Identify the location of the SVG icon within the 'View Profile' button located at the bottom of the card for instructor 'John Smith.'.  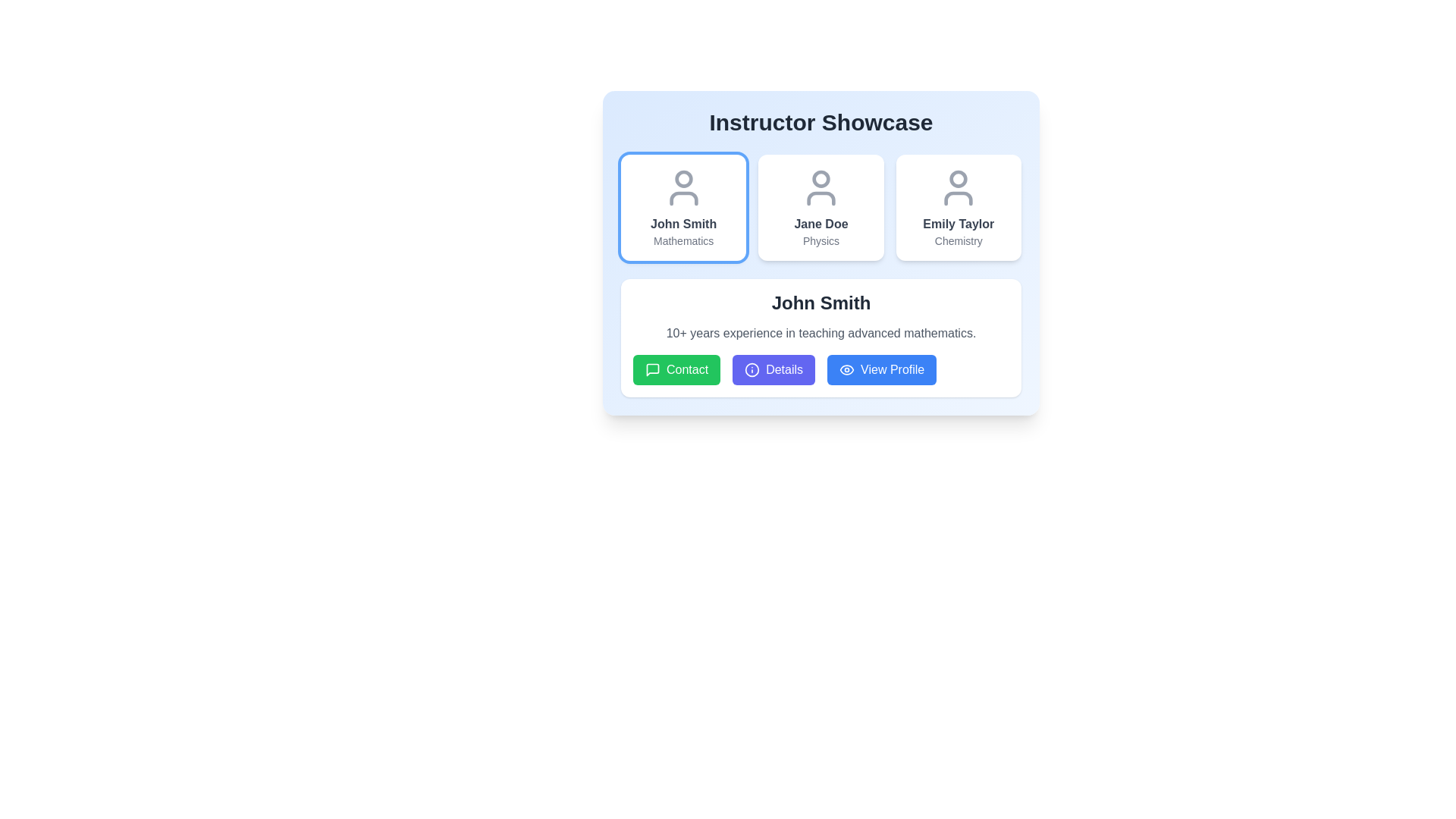
(846, 370).